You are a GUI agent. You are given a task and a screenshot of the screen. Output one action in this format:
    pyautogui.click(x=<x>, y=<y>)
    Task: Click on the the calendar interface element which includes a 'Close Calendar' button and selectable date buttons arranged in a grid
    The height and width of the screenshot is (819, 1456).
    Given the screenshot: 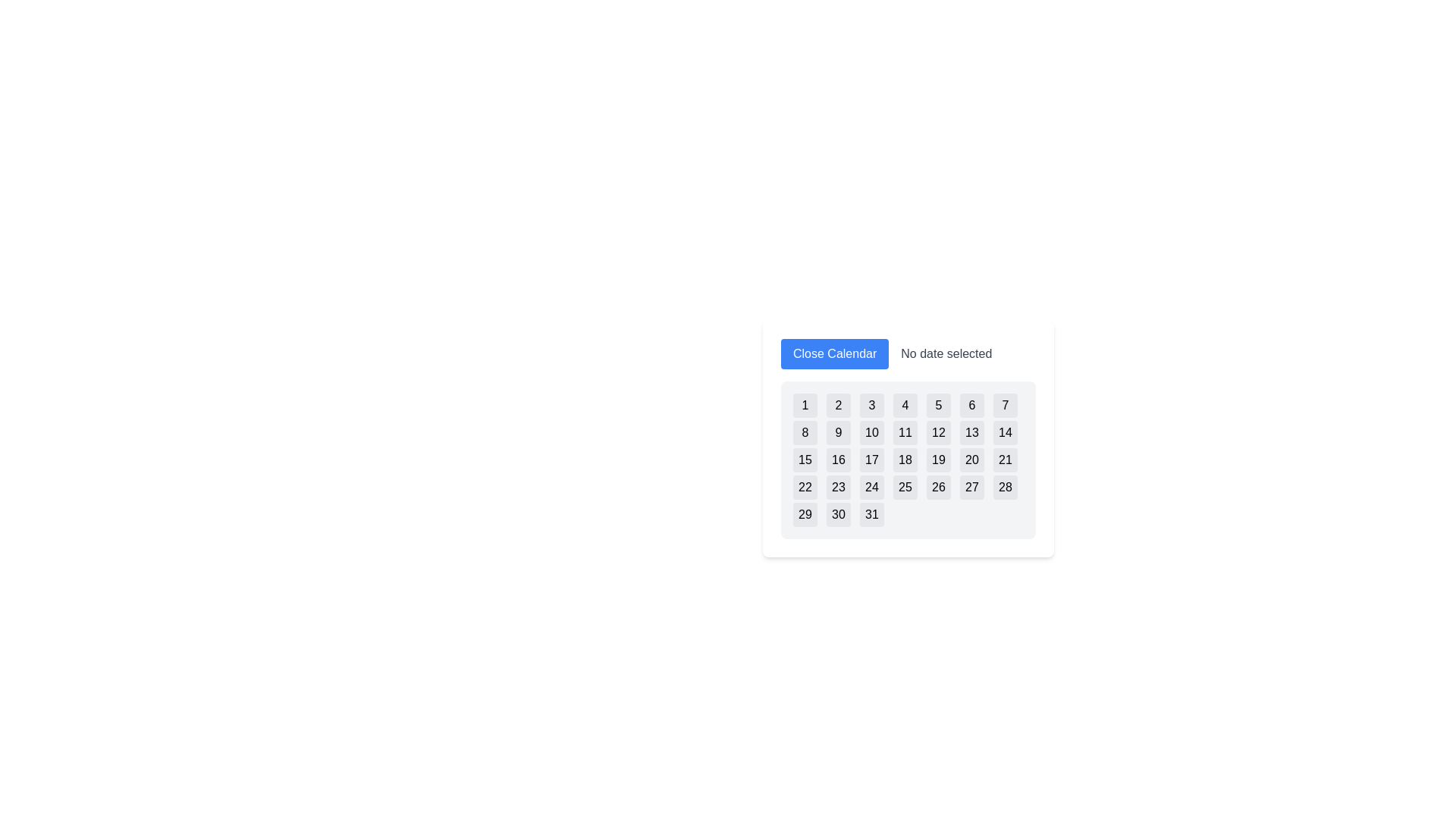 What is the action you would take?
    pyautogui.click(x=908, y=438)
    